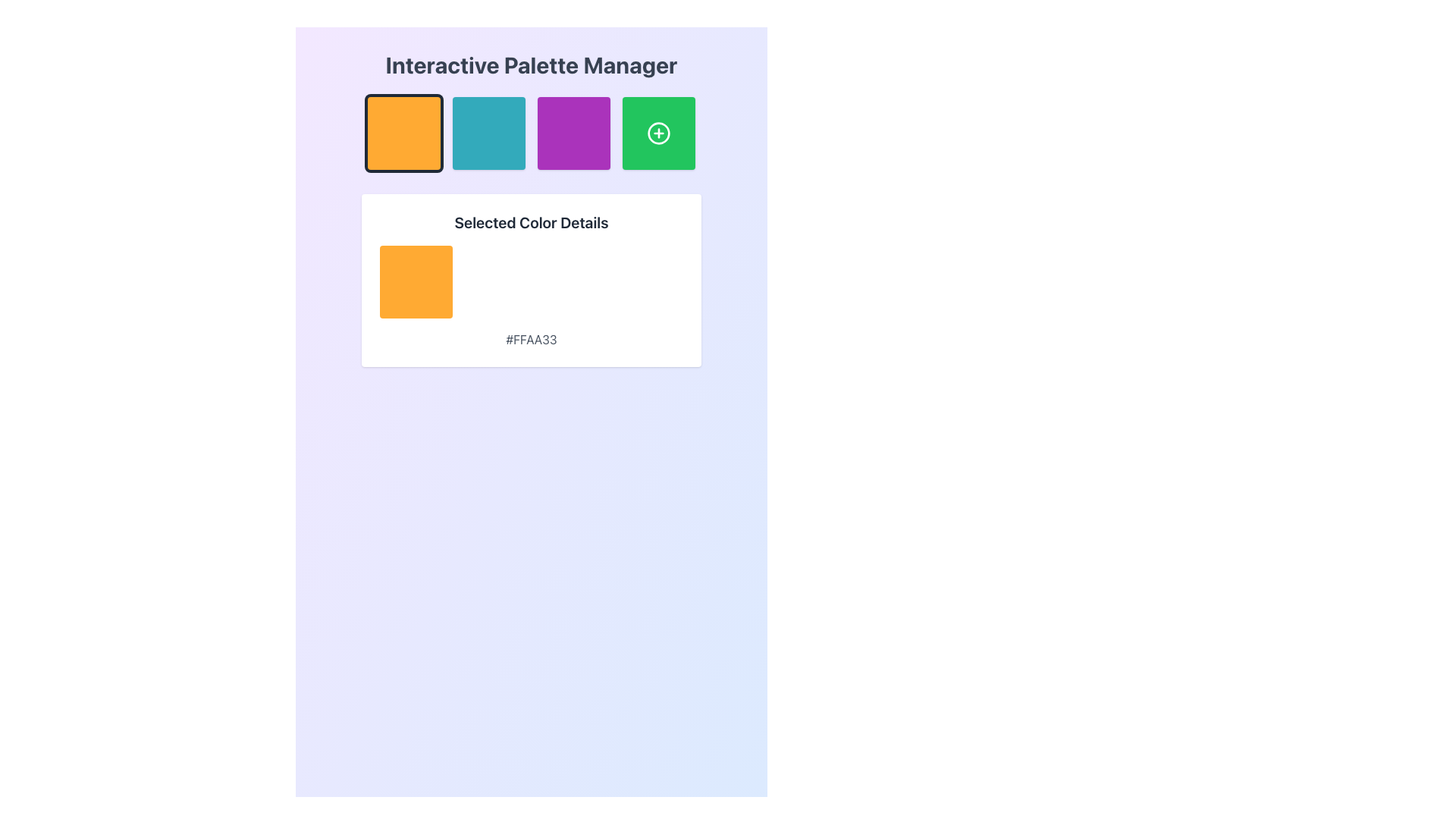  Describe the element at coordinates (531, 133) in the screenshot. I see `the second square item in the grid layout, which is filled with a teal shade` at that location.